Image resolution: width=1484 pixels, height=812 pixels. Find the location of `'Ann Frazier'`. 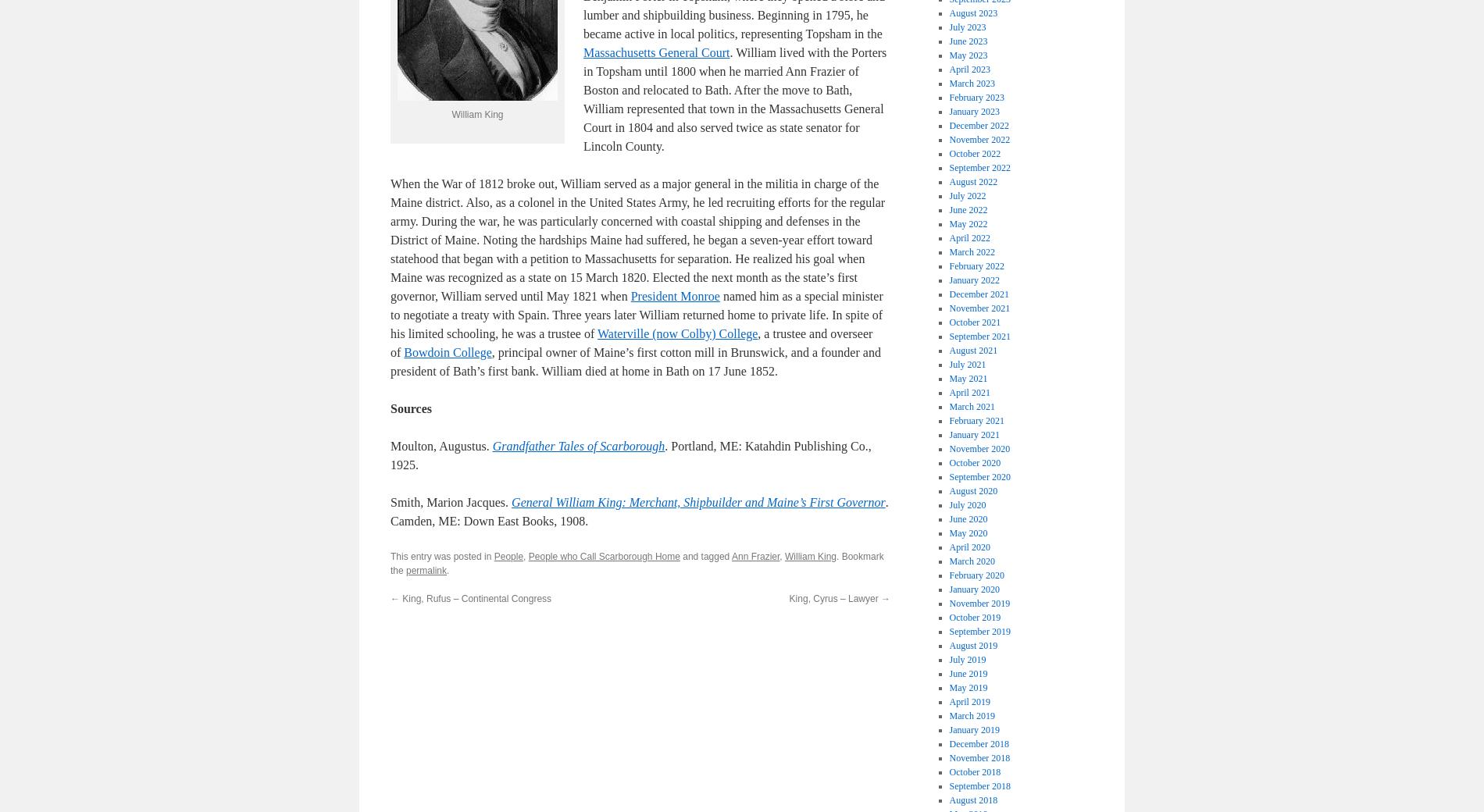

'Ann Frazier' is located at coordinates (754, 557).